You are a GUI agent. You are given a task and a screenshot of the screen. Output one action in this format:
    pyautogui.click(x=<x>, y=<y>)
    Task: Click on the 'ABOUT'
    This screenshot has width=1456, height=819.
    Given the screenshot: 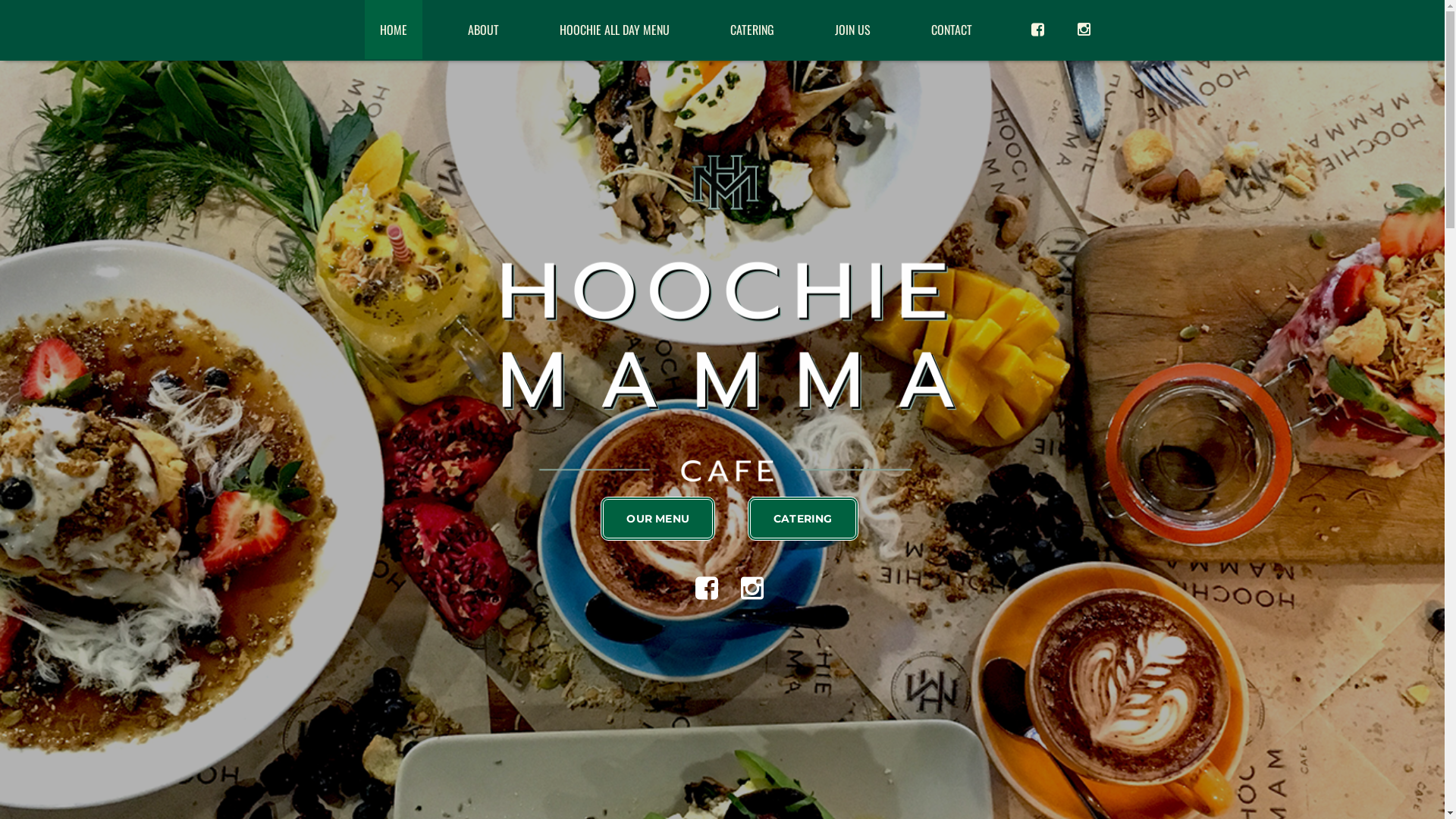 What is the action you would take?
    pyautogui.click(x=482, y=29)
    